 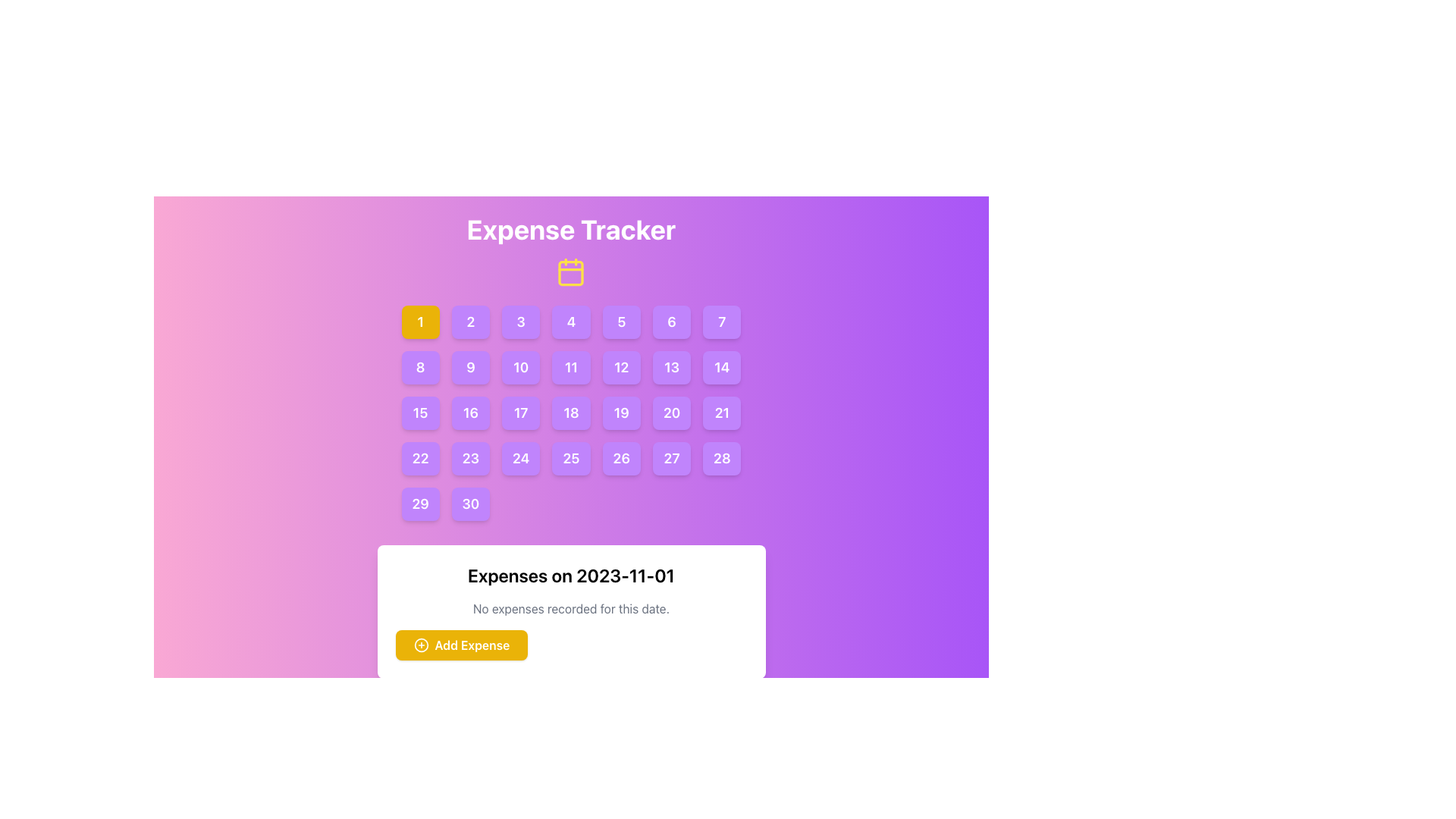 I want to click on the calendar day button located in the second row and first column of the grid layout, so click(x=420, y=368).